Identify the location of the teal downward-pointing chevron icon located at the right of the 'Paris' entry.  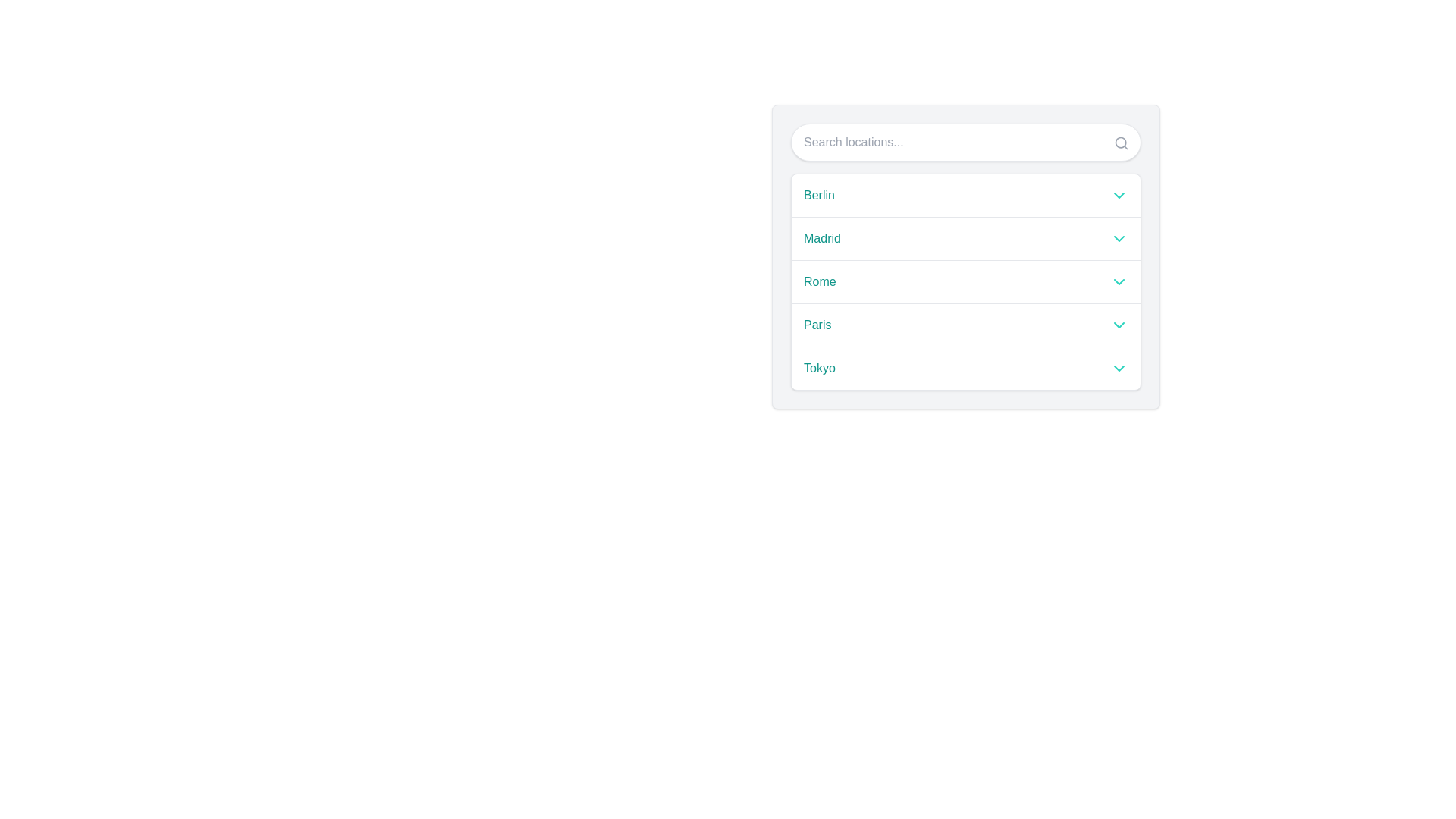
(1119, 324).